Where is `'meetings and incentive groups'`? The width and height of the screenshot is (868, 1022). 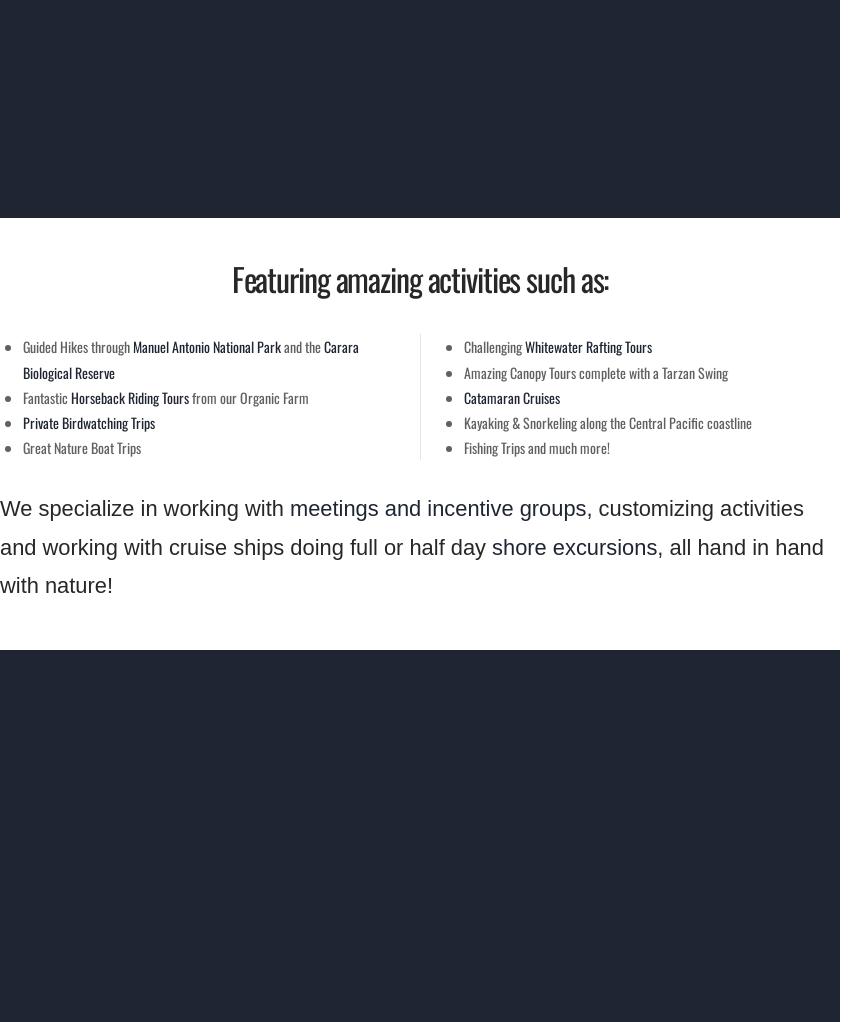 'meetings and incentive groups' is located at coordinates (437, 508).